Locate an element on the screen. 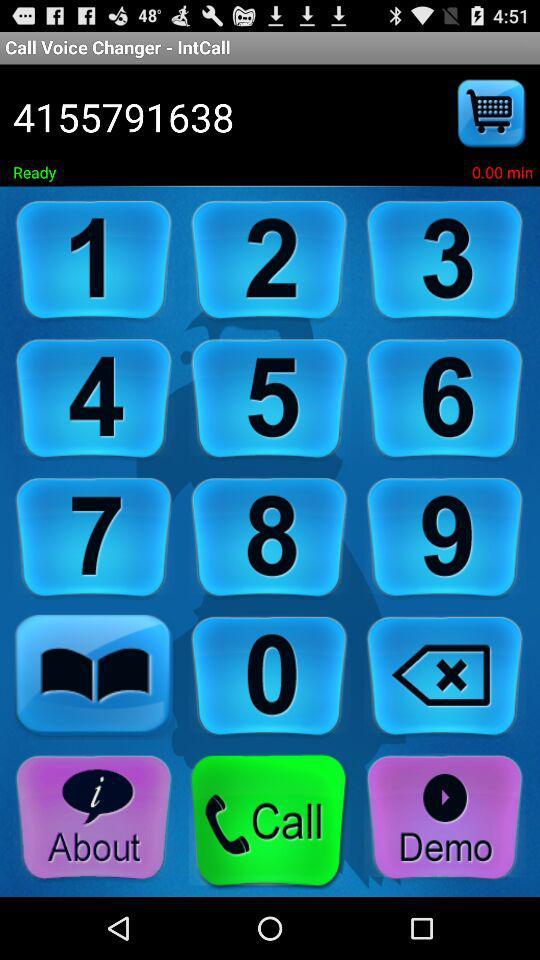 The image size is (540, 960). information screen is located at coordinates (93, 818).